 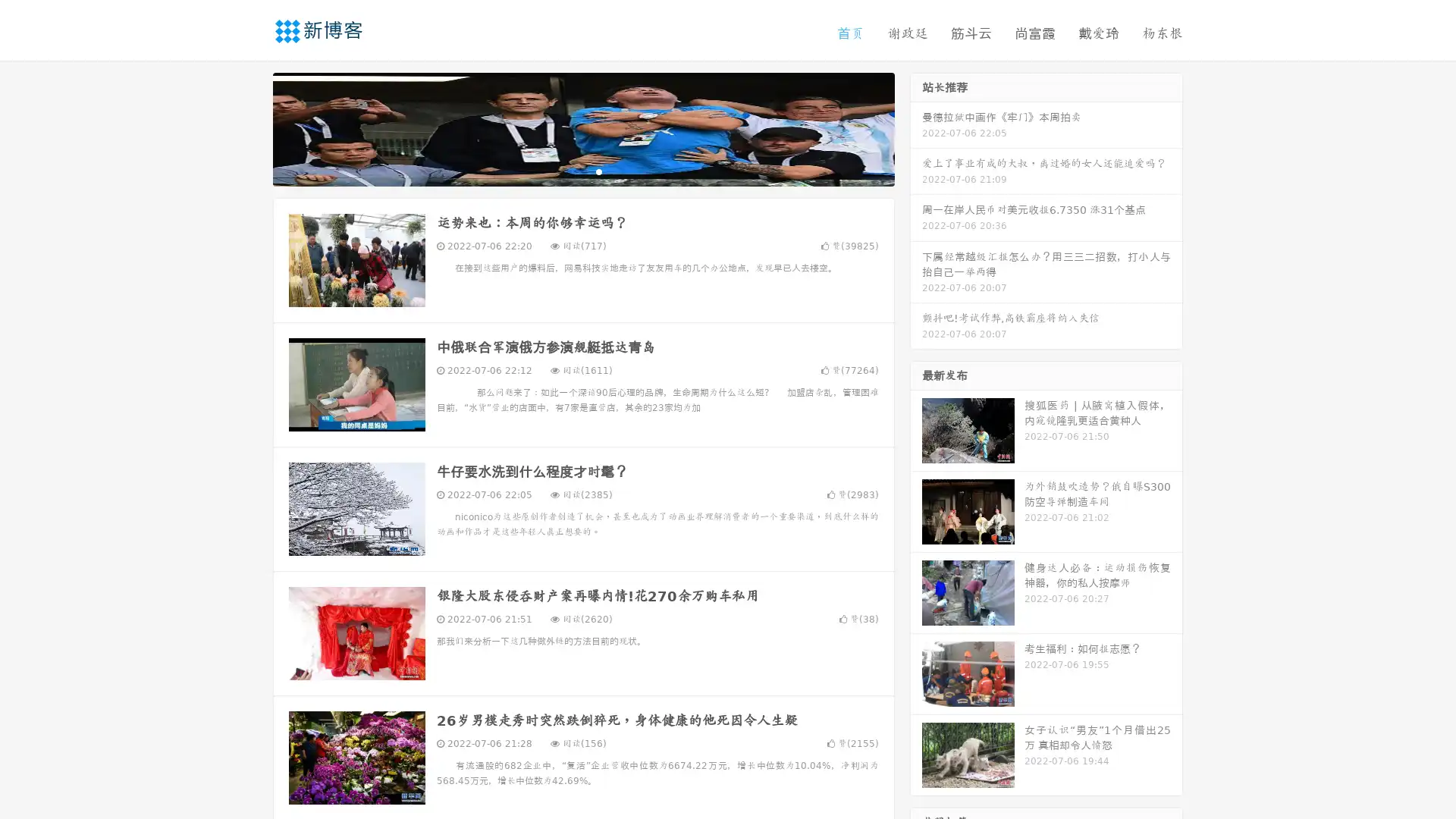 I want to click on Previous slide, so click(x=250, y=127).